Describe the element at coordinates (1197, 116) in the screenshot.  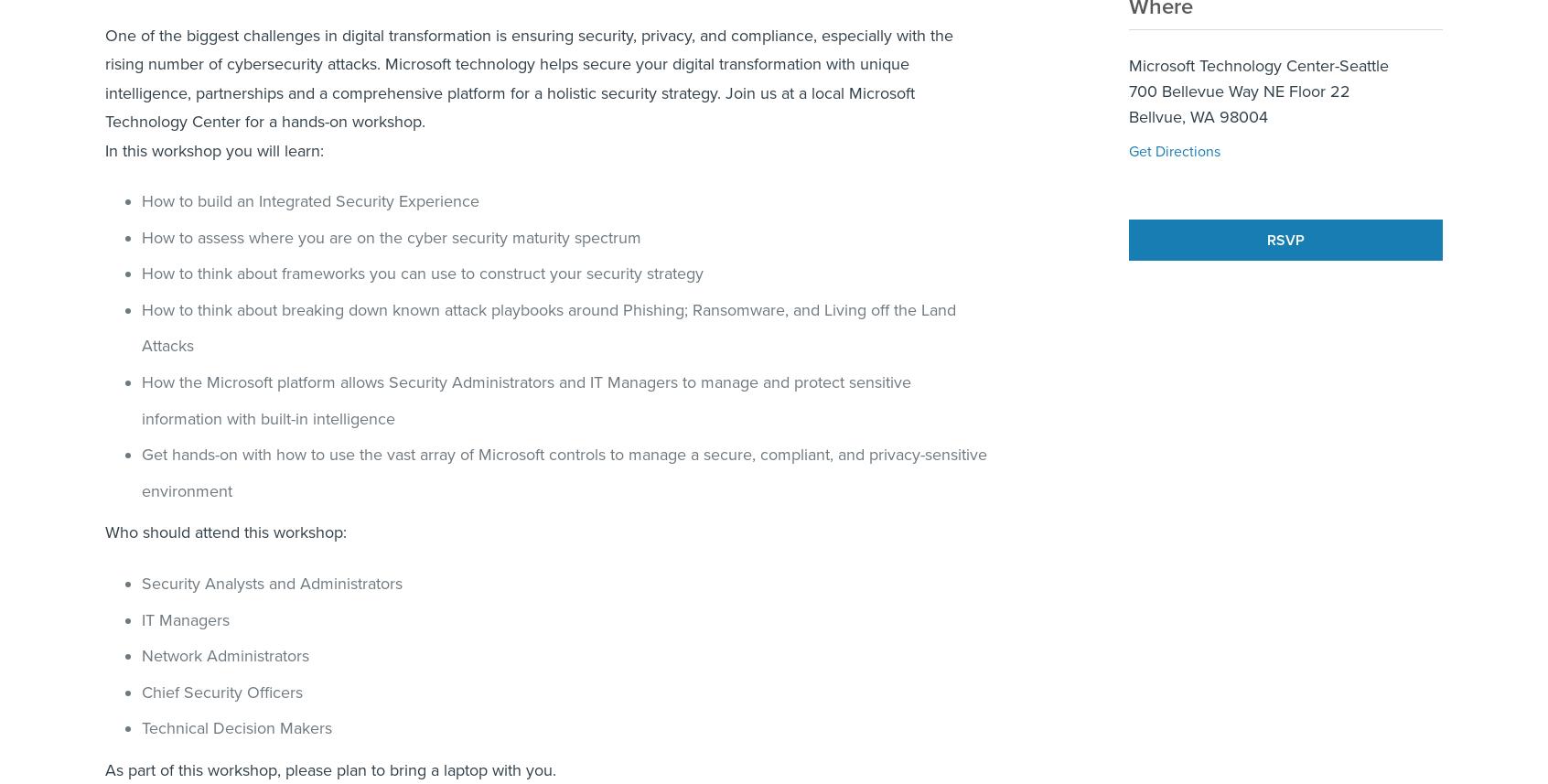
I see `'Bellvue, WA 98004'` at that location.